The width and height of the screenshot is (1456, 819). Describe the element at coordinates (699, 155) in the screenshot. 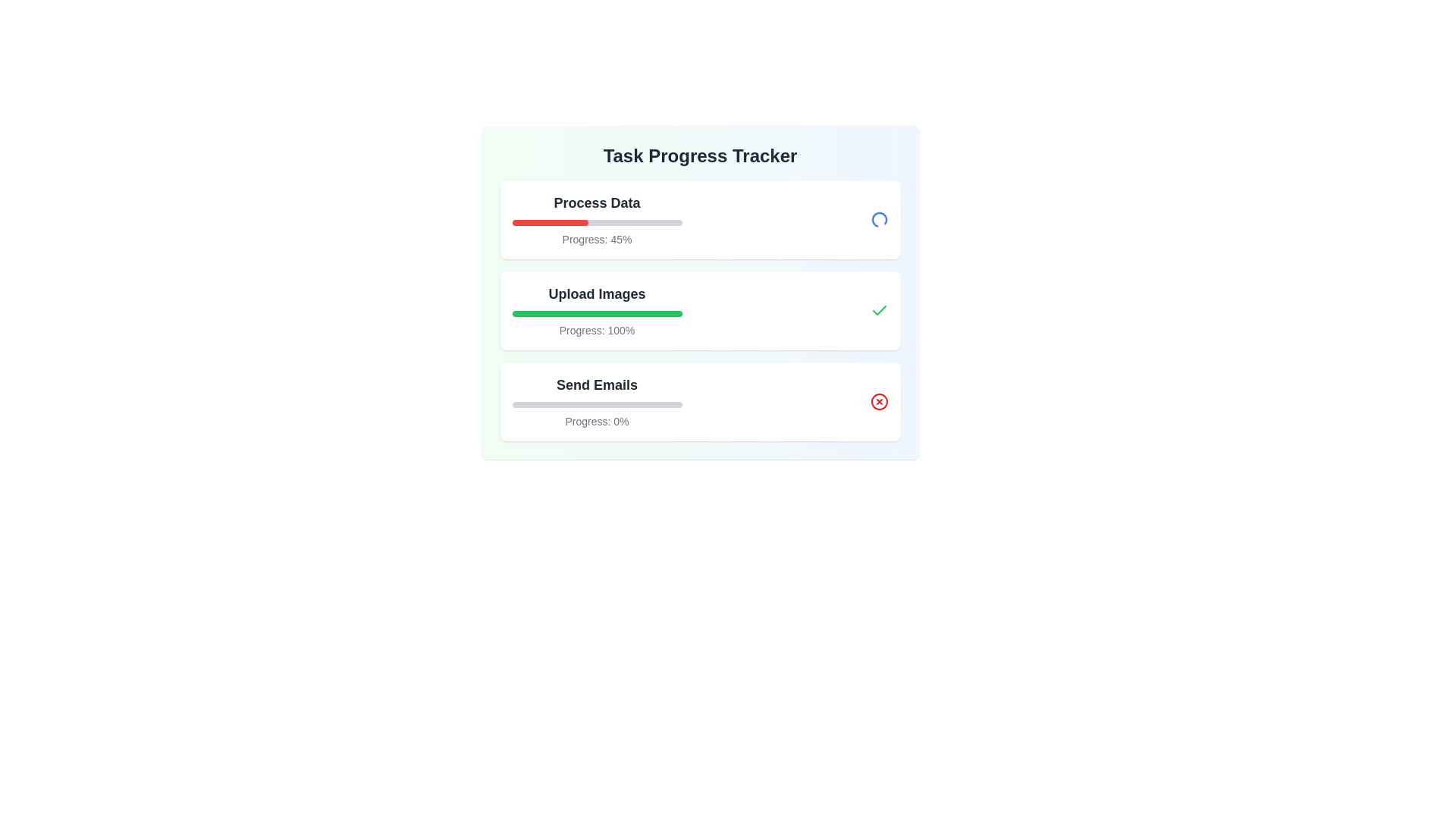

I see `the text label that serves as the title for the card summarizing task progress tracking, located at the top center of the card` at that location.